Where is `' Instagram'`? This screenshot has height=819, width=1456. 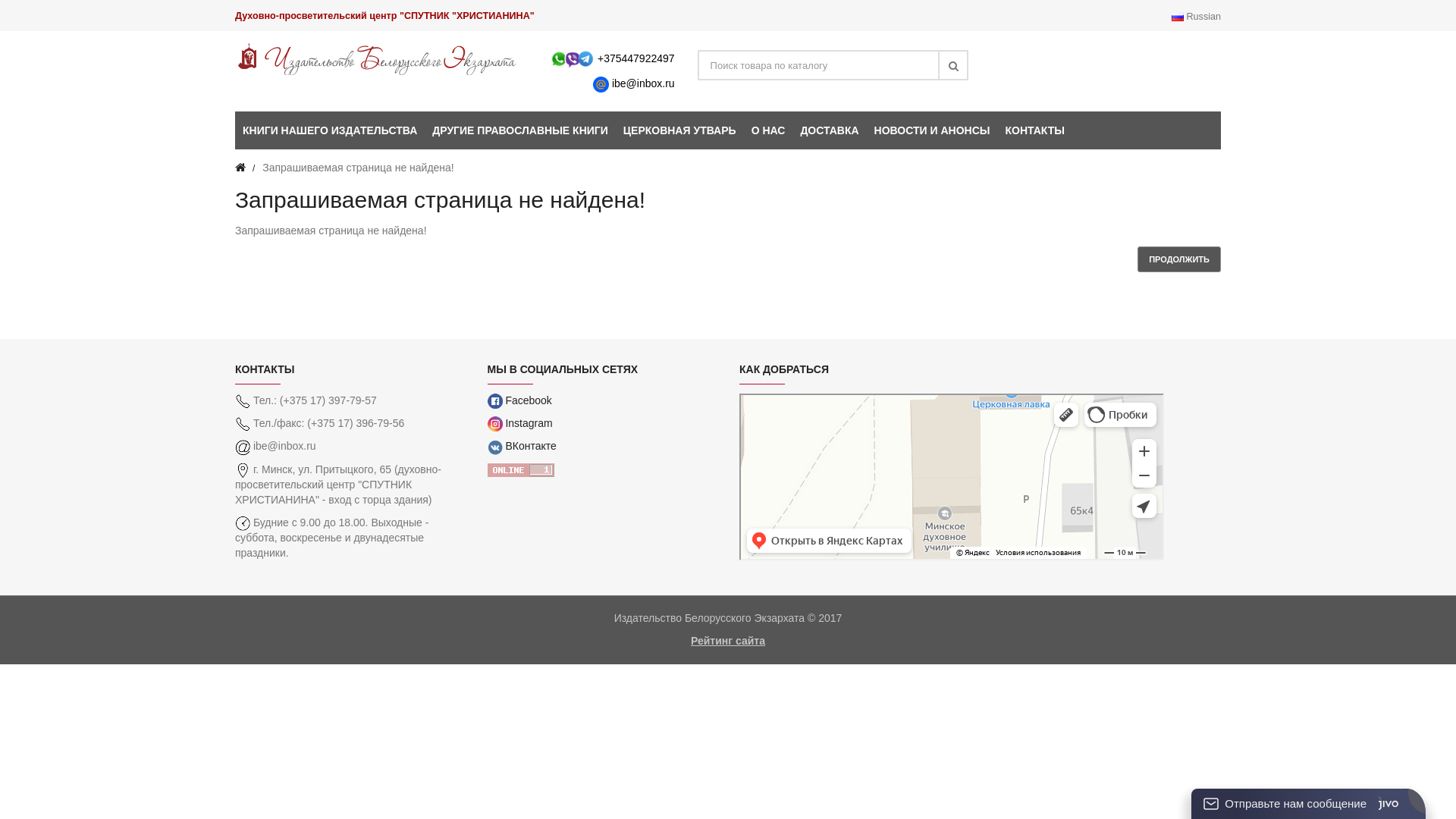
' Instagram' is located at coordinates (519, 423).